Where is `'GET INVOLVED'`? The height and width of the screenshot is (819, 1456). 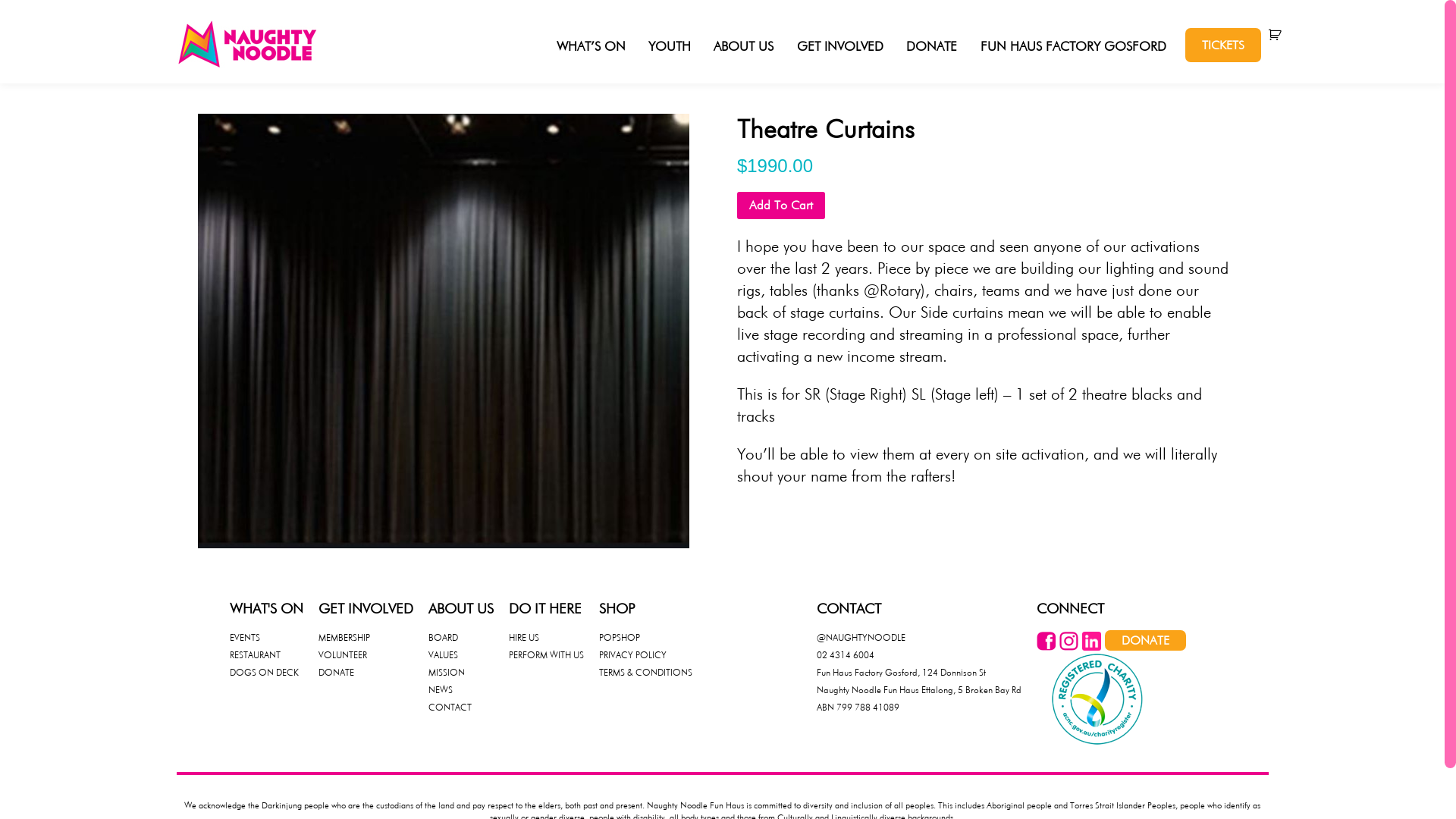 'GET INVOLVED' is located at coordinates (839, 45).